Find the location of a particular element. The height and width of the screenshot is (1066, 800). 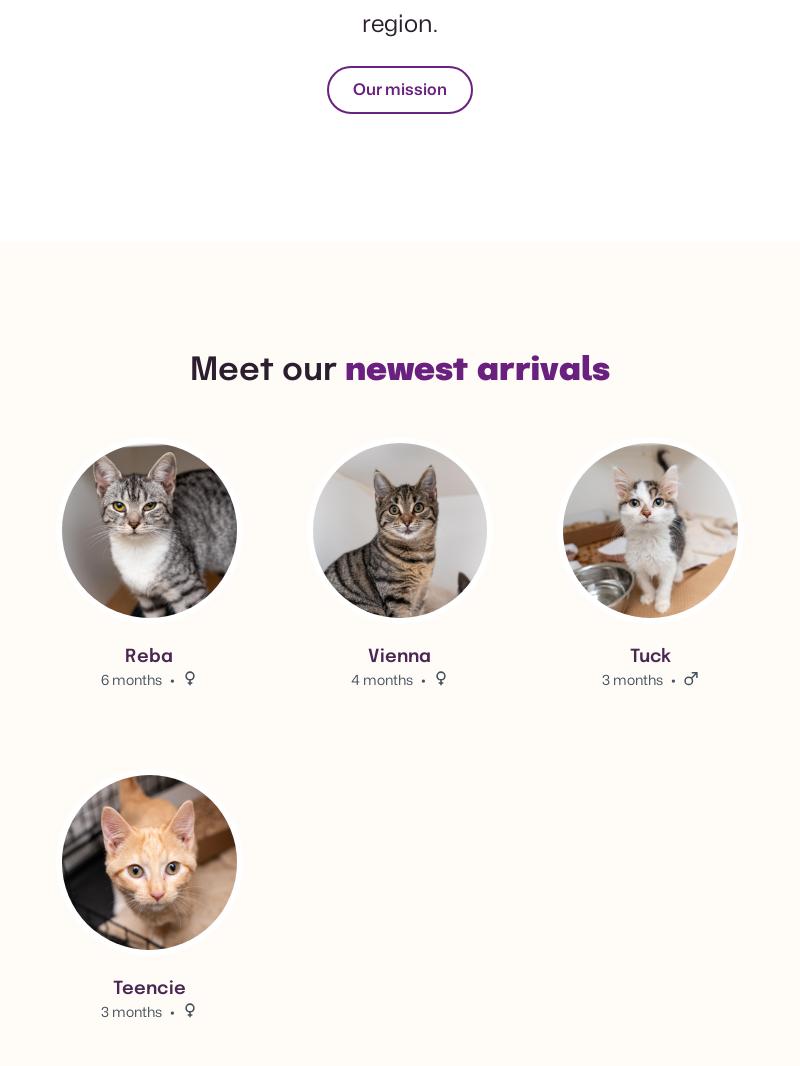

'Teencie' is located at coordinates (148, 989).